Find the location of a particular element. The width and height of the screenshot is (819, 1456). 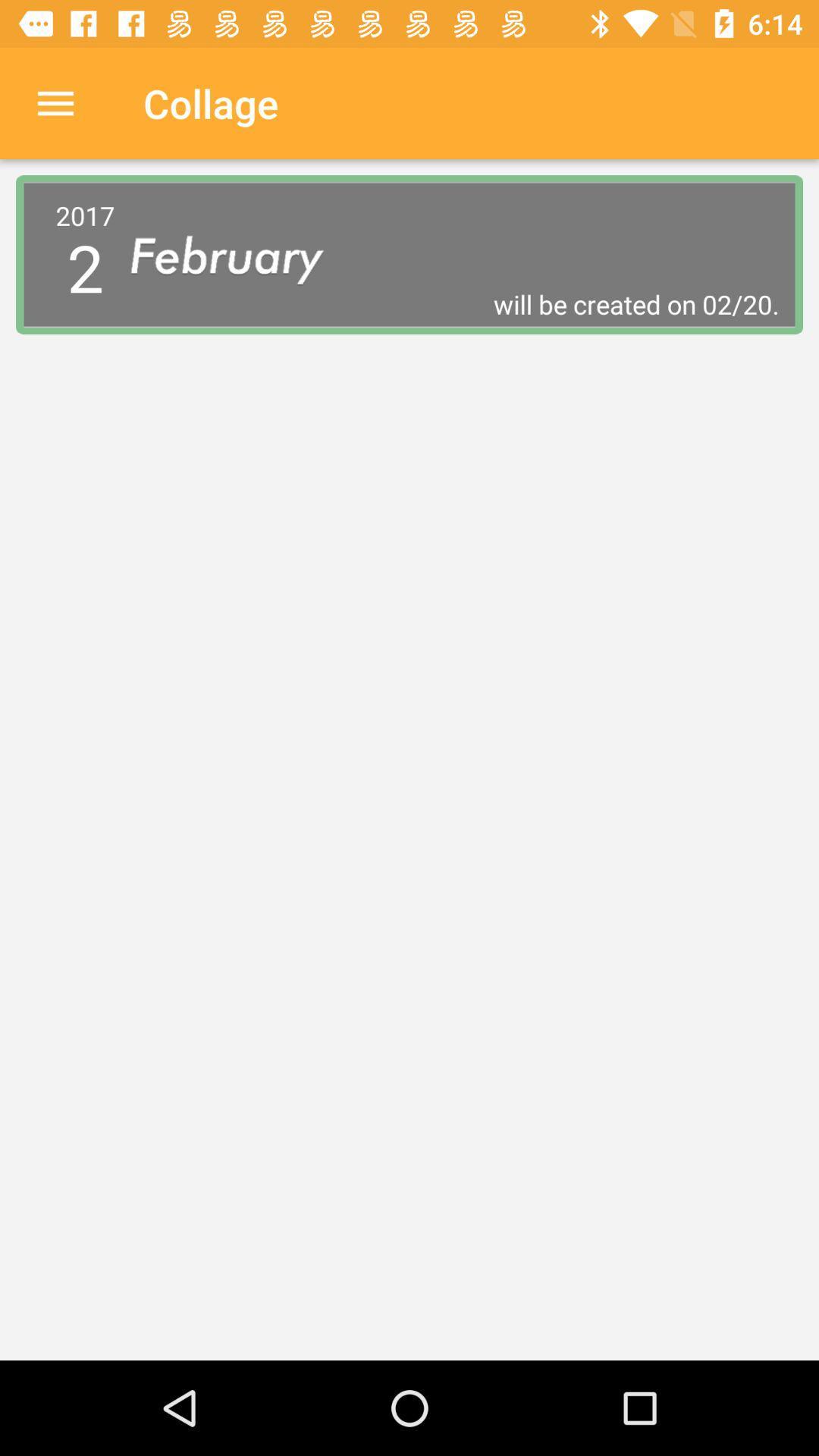

icon to the right of 2017 is located at coordinates (239, 255).